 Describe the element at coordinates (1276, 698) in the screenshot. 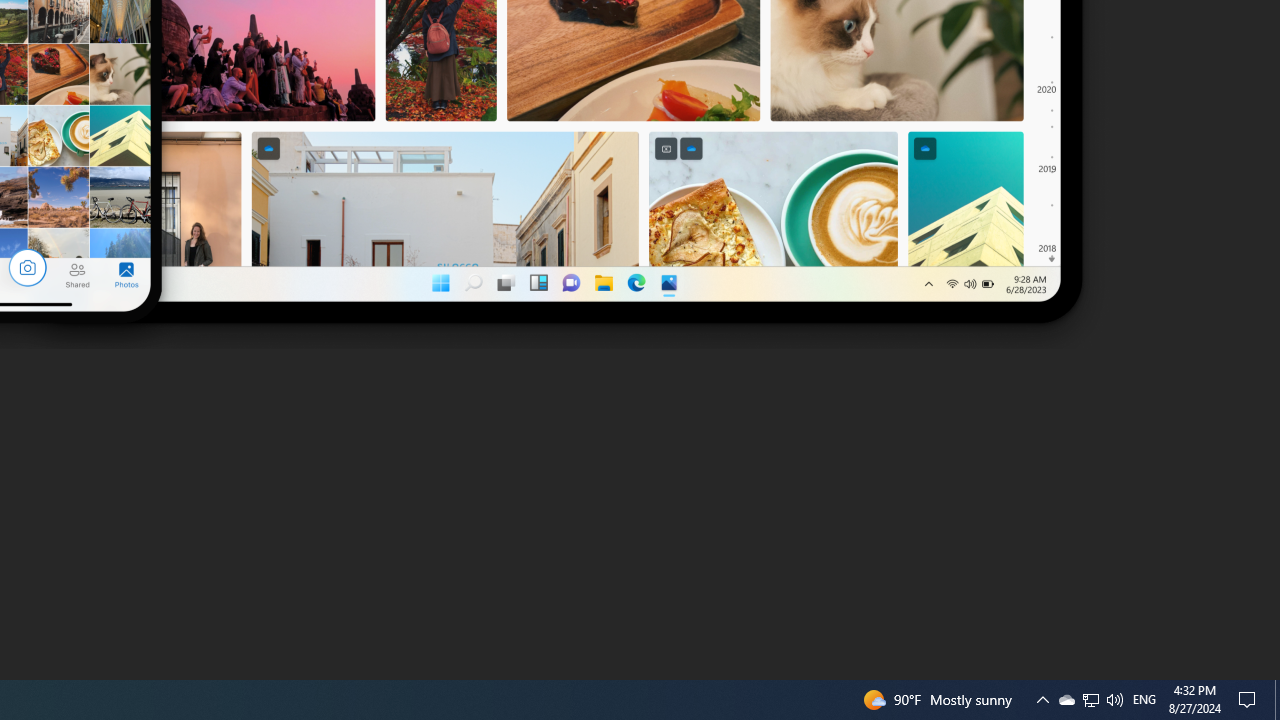

I see `'Show desktop'` at that location.